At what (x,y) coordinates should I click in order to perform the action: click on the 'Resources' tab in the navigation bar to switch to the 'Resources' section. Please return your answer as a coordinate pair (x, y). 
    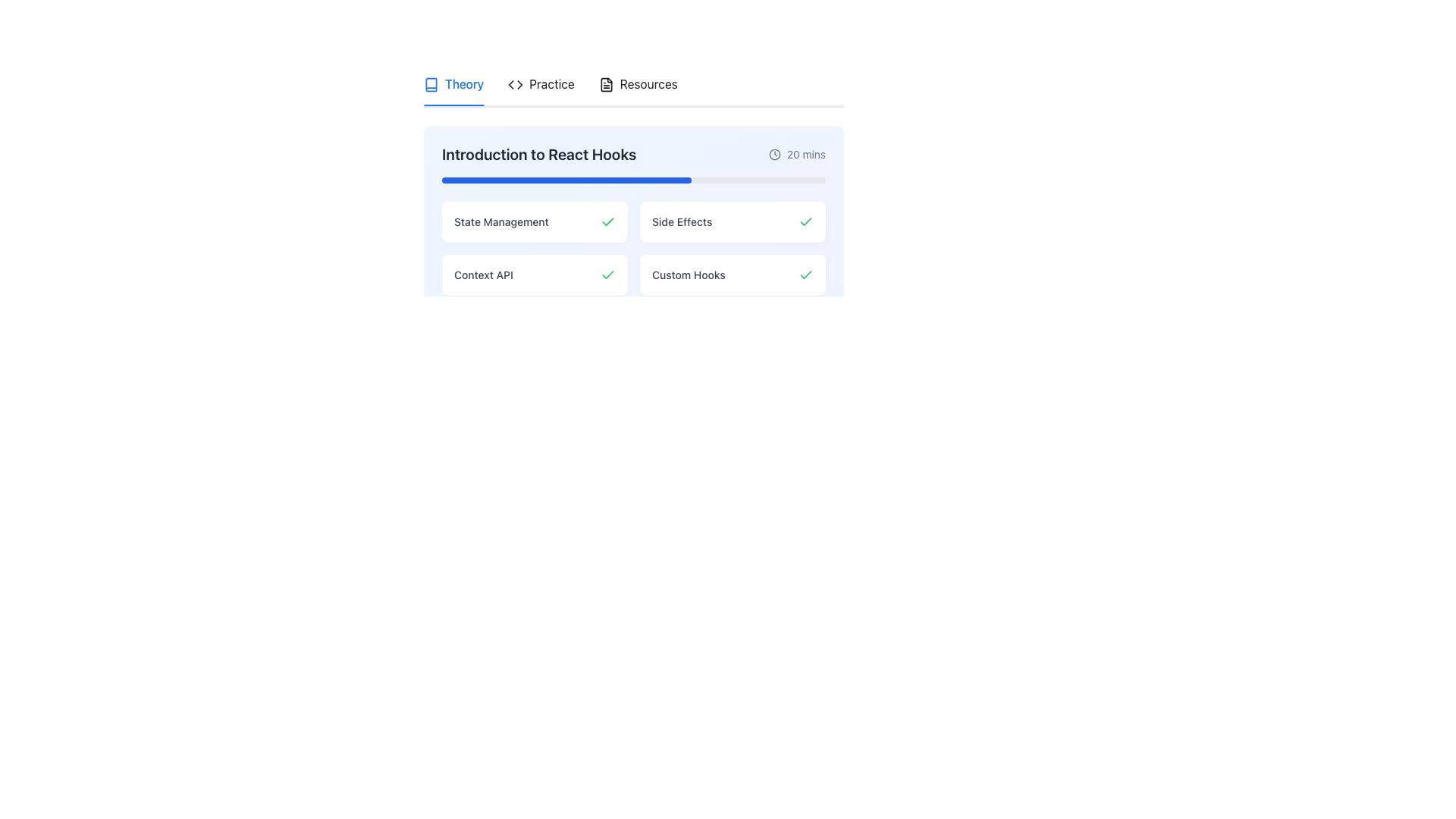
    Looking at the image, I should click on (638, 84).